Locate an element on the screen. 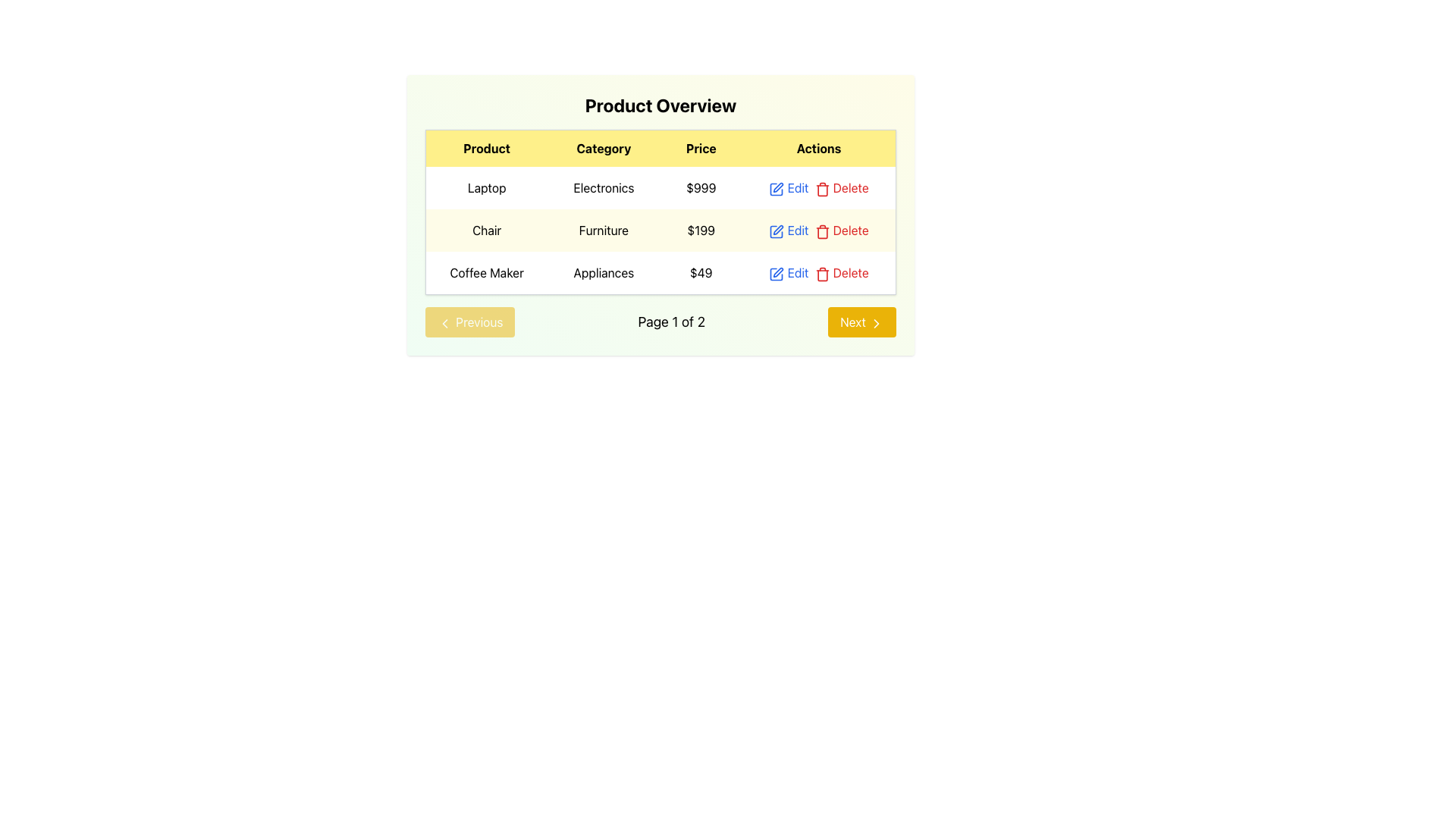 The image size is (1456, 819). the 'Coffee Maker' text label located in the first column of the third row of the product table is located at coordinates (486, 273).